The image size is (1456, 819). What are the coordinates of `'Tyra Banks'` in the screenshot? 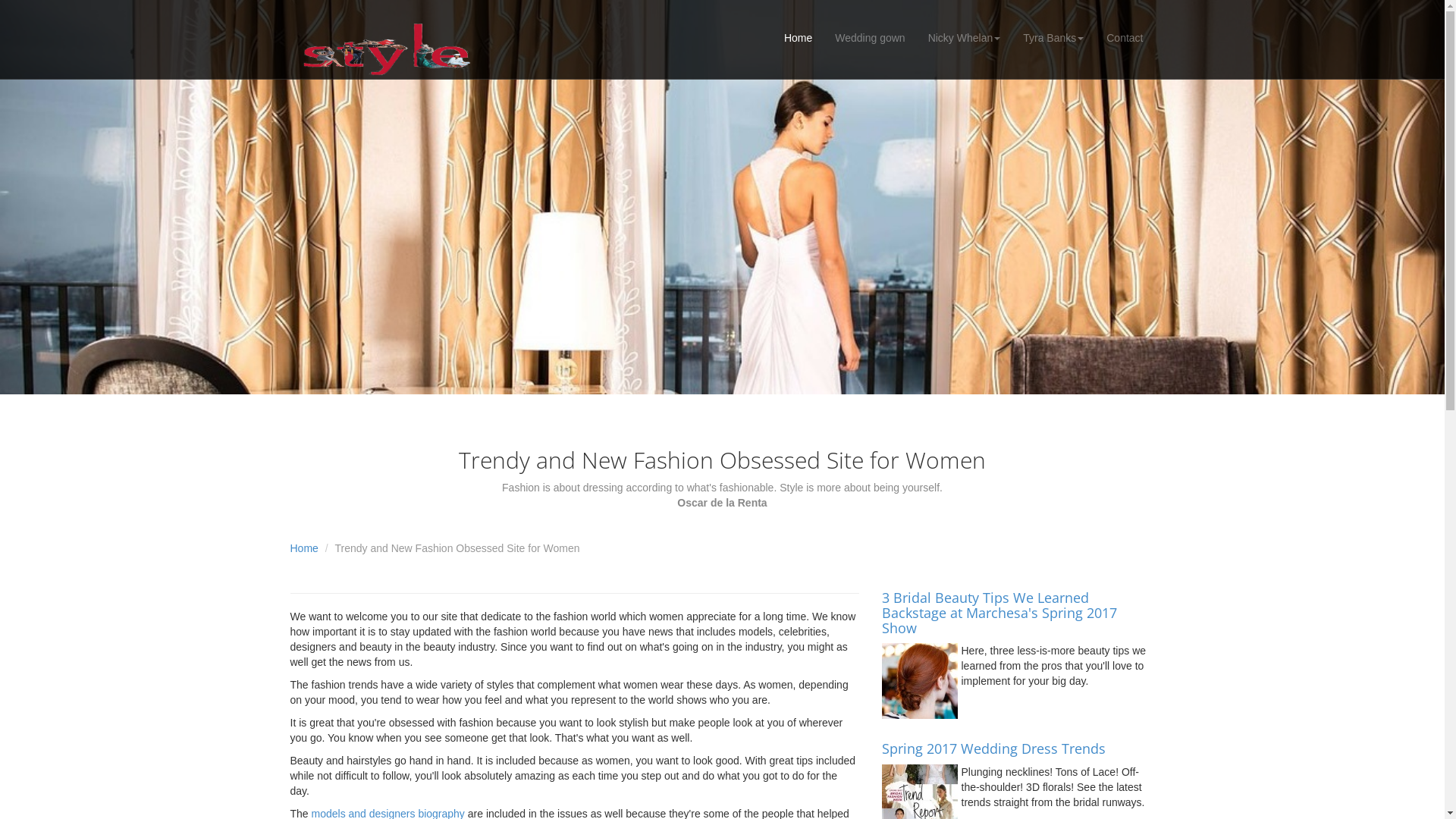 It's located at (1012, 37).